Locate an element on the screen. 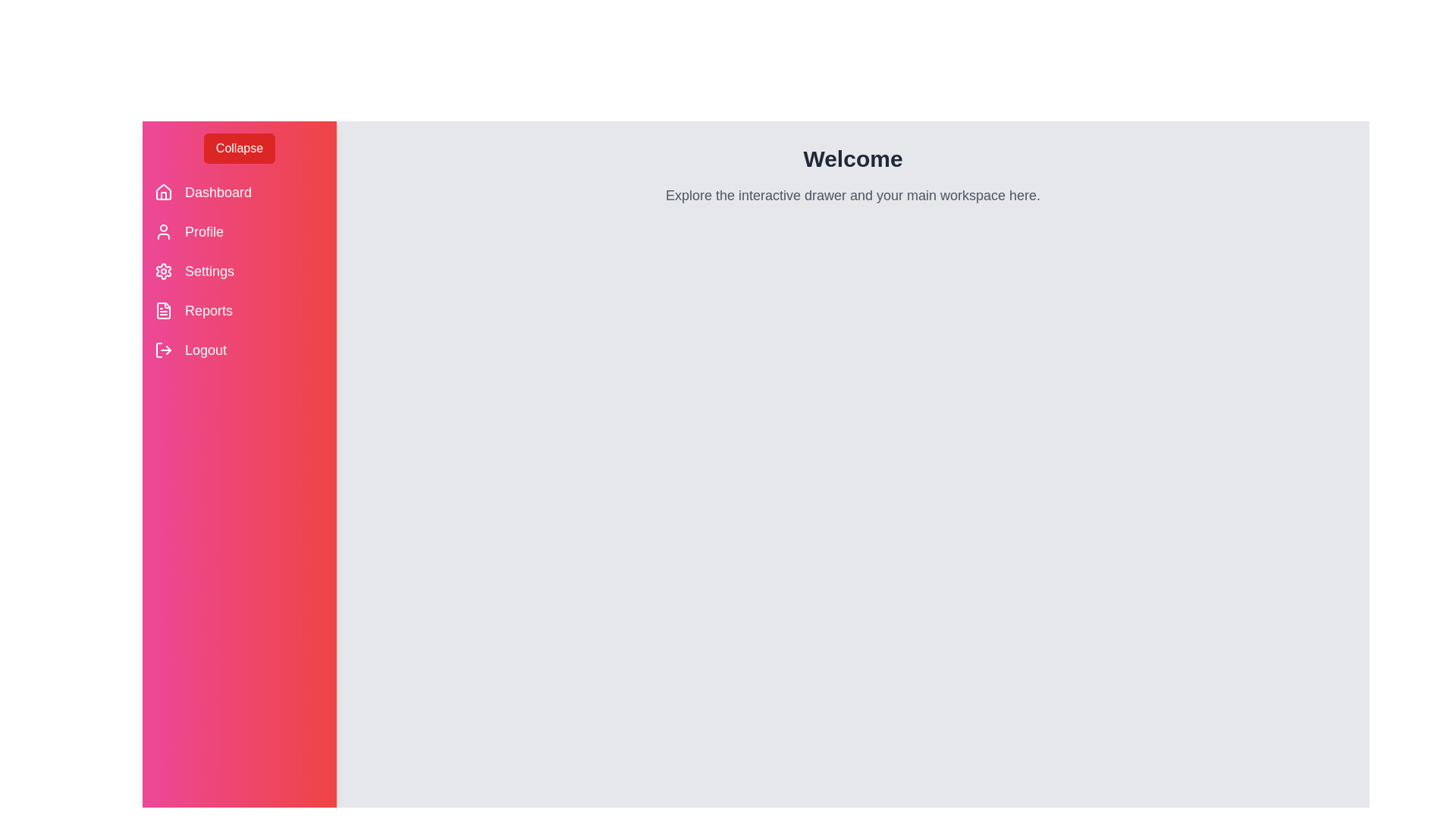 Image resolution: width=1456 pixels, height=819 pixels. the 'Profile' menu item to navigate to the profile is located at coordinates (239, 231).